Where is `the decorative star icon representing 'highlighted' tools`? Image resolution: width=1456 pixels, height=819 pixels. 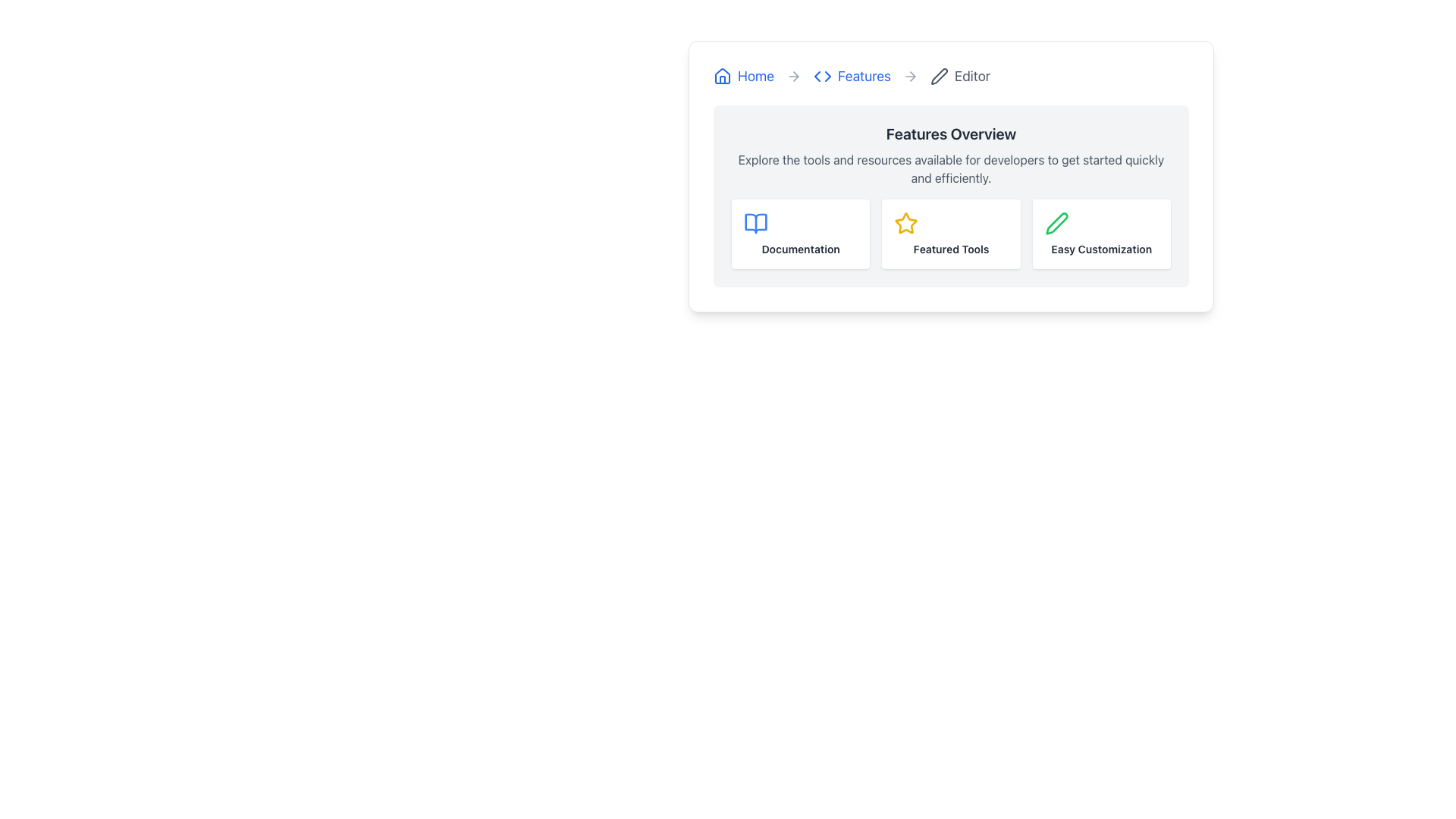
the decorative star icon representing 'highlighted' tools is located at coordinates (906, 223).